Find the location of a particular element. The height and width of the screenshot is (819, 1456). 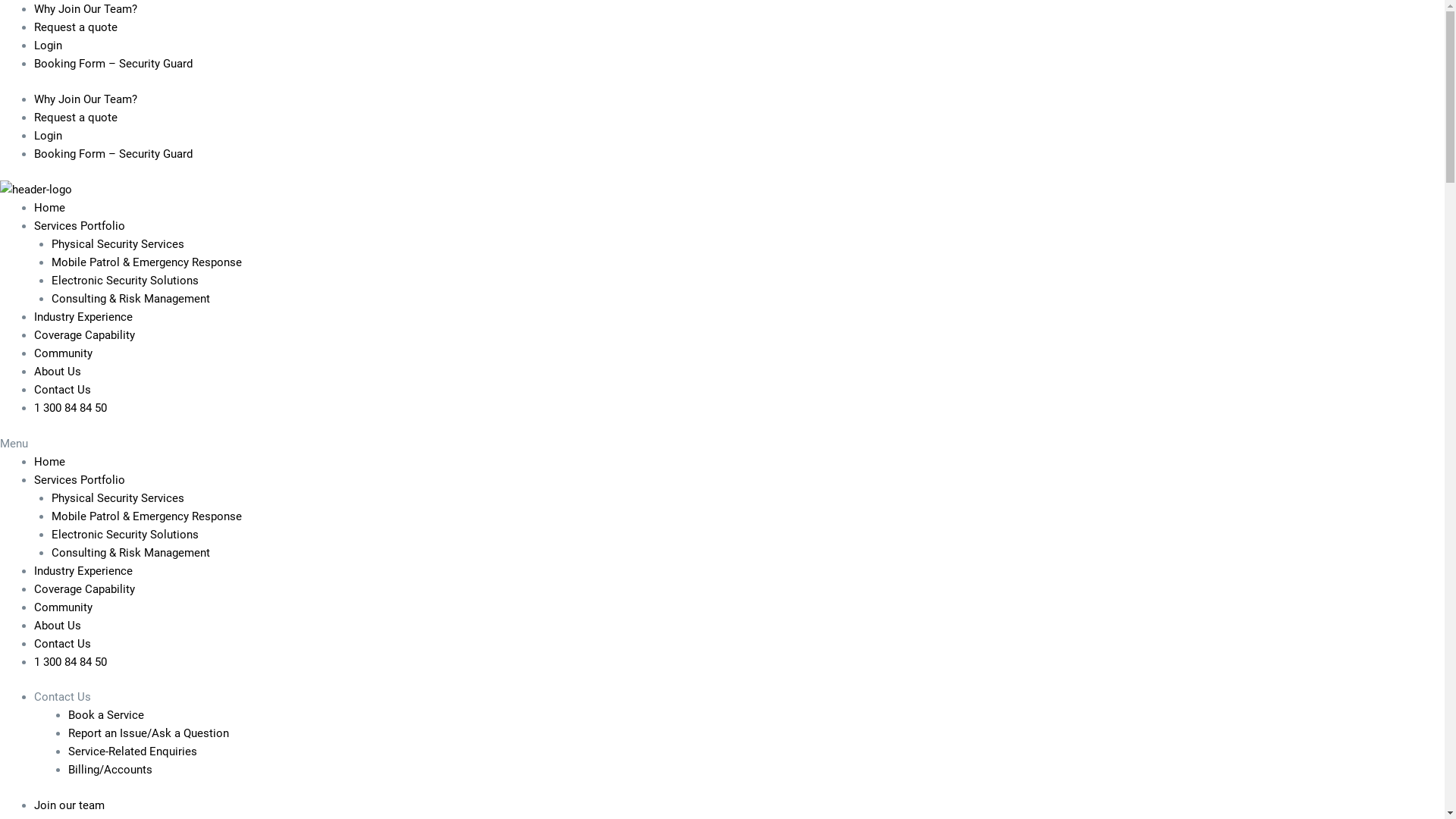

'Consulting & Risk Management' is located at coordinates (51, 553).